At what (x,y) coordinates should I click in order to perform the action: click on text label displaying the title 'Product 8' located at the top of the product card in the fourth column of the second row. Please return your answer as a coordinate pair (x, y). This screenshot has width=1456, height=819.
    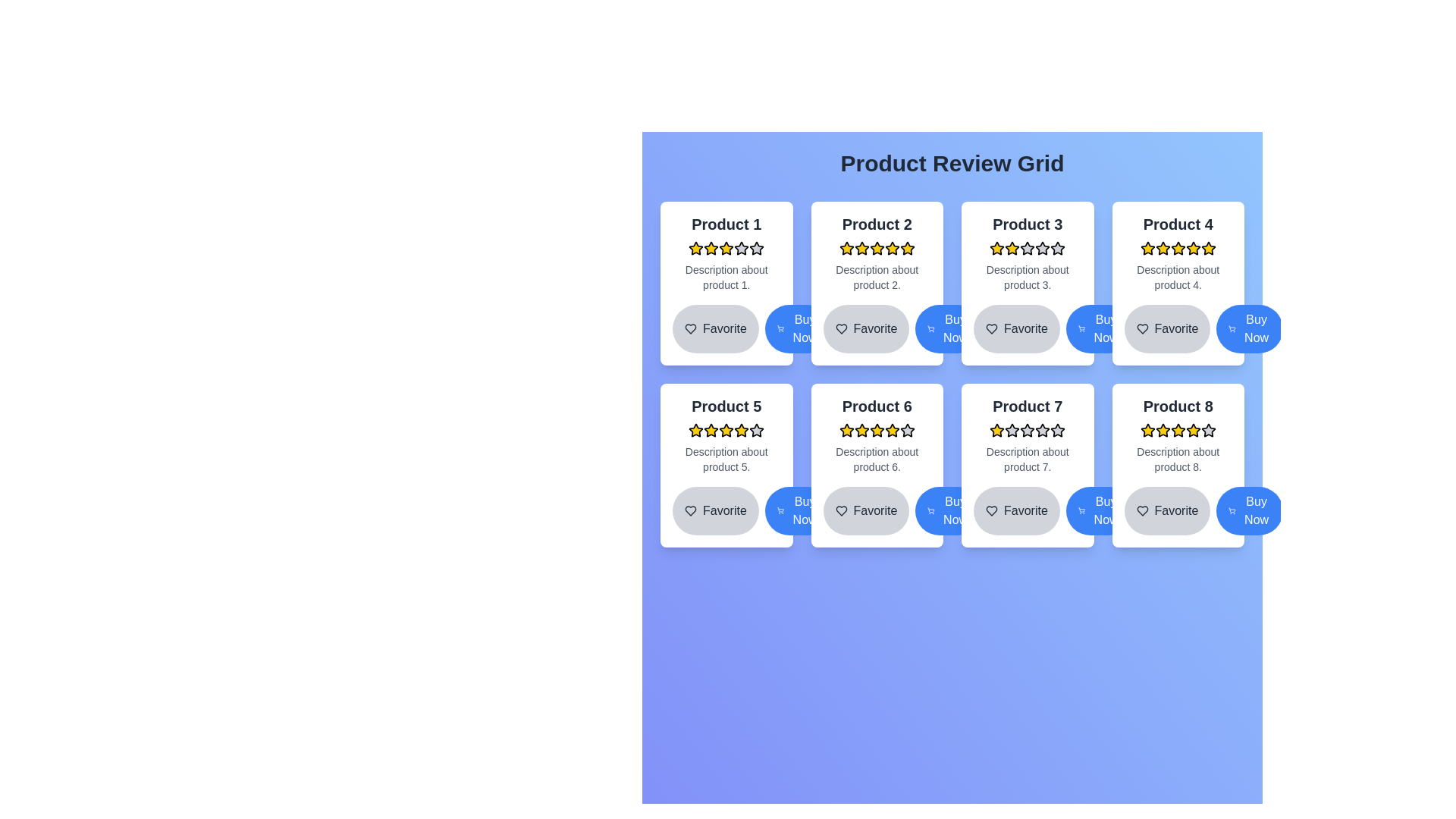
    Looking at the image, I should click on (1177, 406).